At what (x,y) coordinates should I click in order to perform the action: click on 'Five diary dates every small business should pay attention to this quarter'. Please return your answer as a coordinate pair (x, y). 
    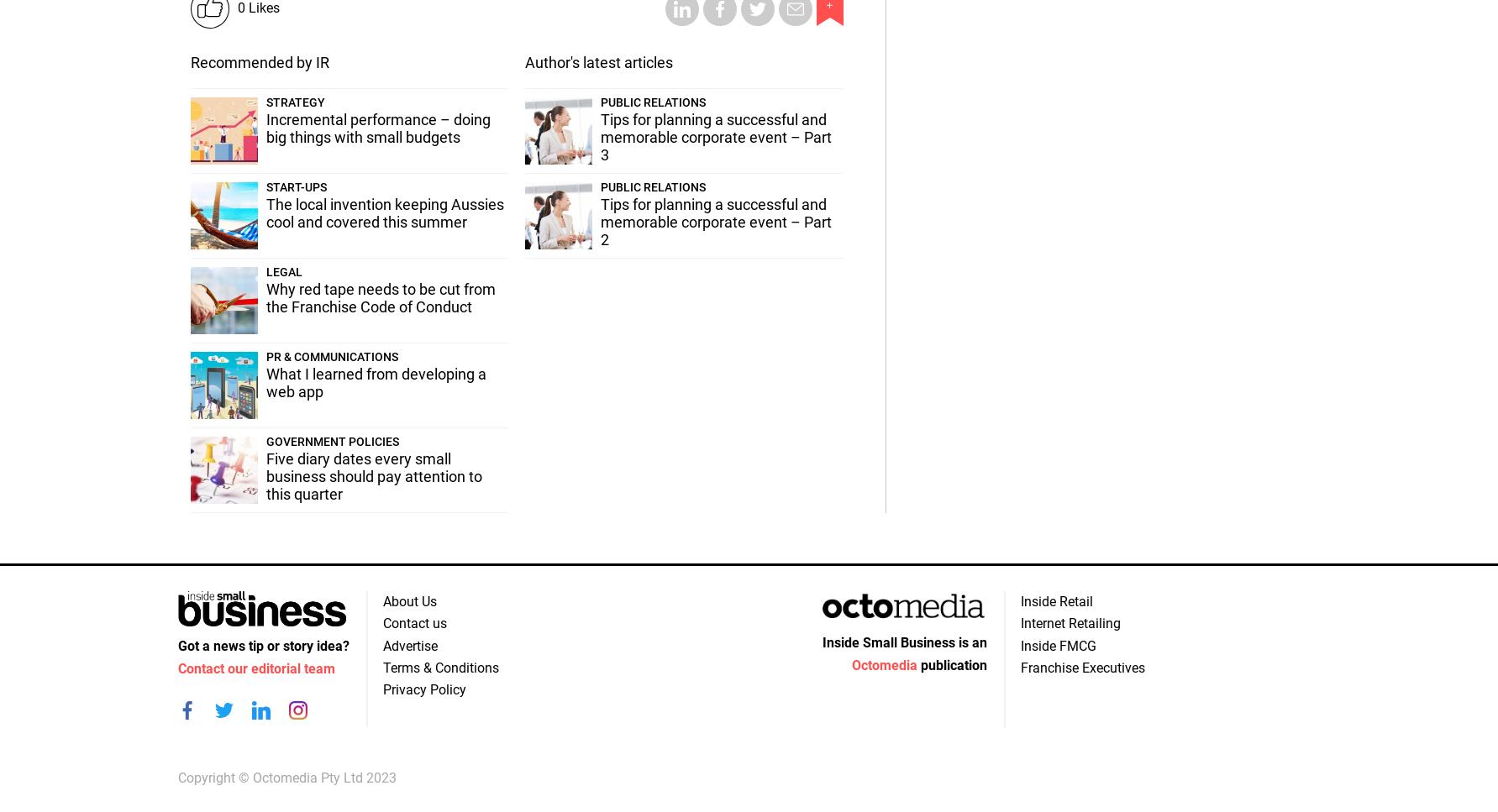
    Looking at the image, I should click on (373, 475).